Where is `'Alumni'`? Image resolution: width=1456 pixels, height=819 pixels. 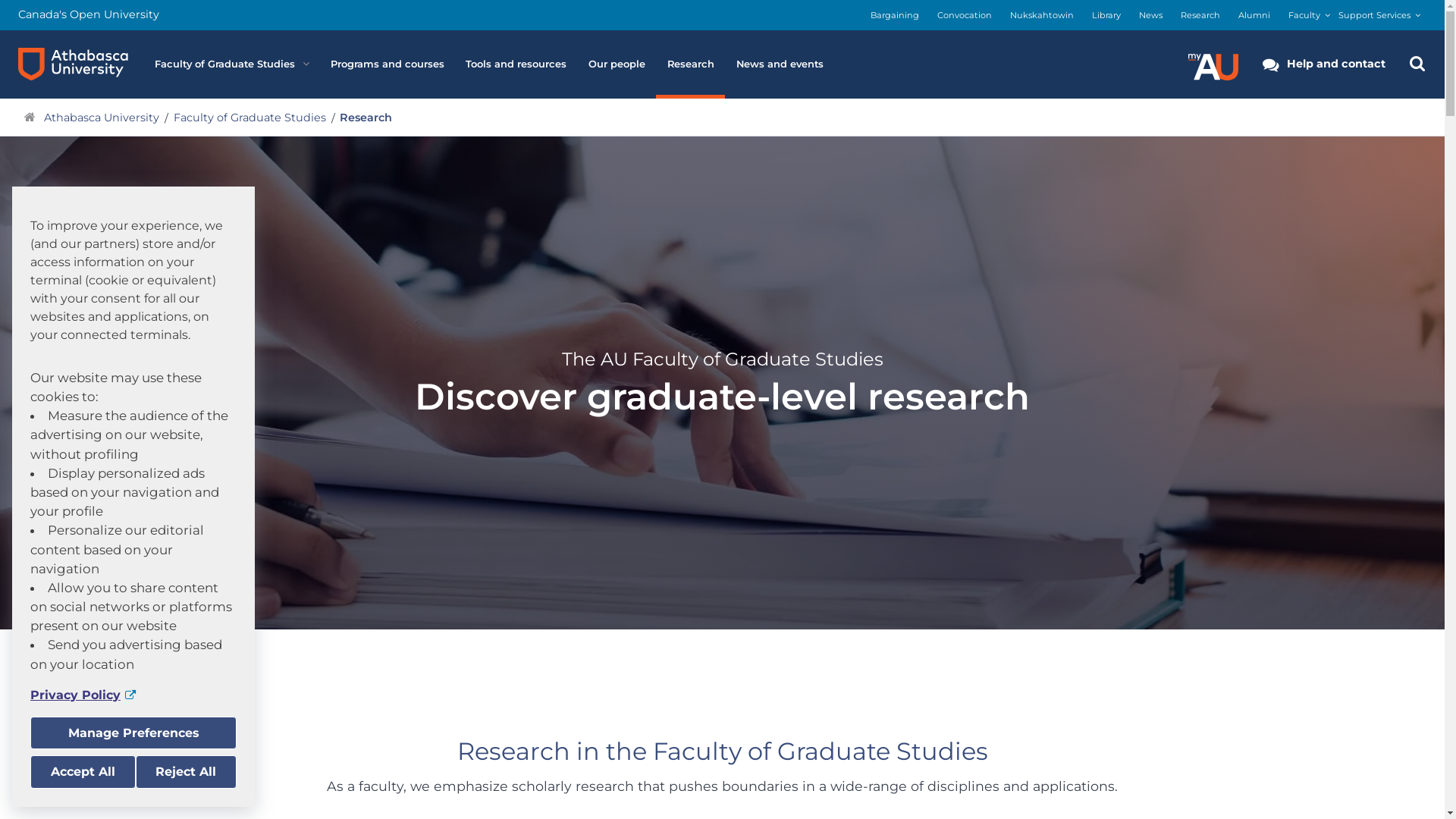
'Alumni' is located at coordinates (1254, 15).